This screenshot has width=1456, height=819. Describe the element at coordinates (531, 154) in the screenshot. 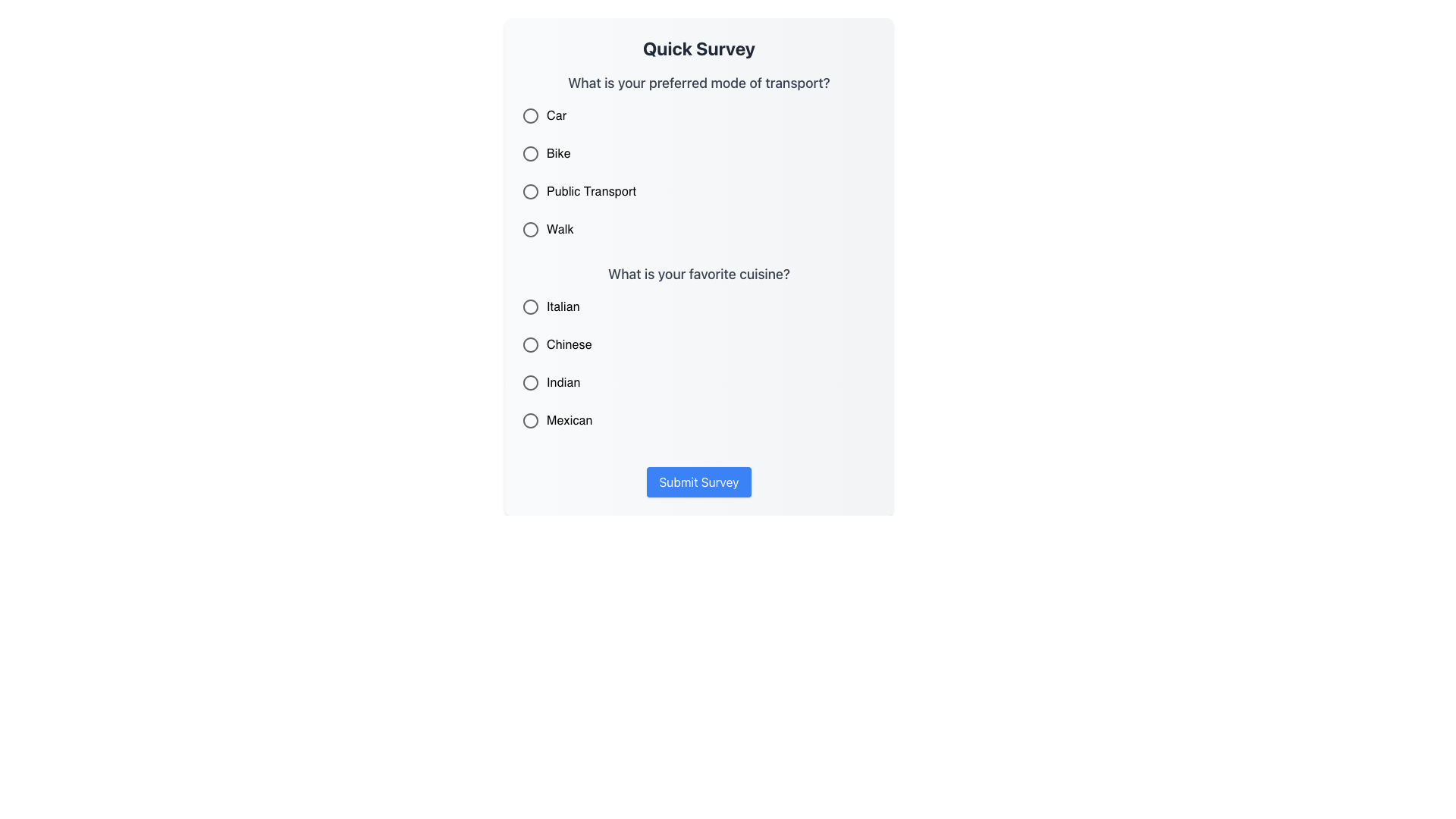

I see `the first radio button for the 'Bike' option under the question 'What is your preferred mode of transport?'` at that location.